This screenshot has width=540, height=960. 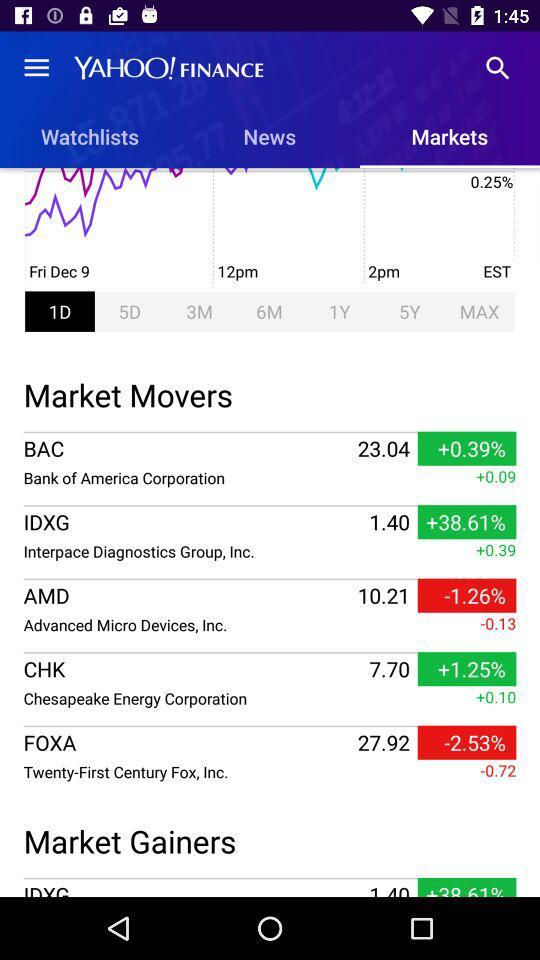 I want to click on the item below +0.10 icon, so click(x=467, y=741).